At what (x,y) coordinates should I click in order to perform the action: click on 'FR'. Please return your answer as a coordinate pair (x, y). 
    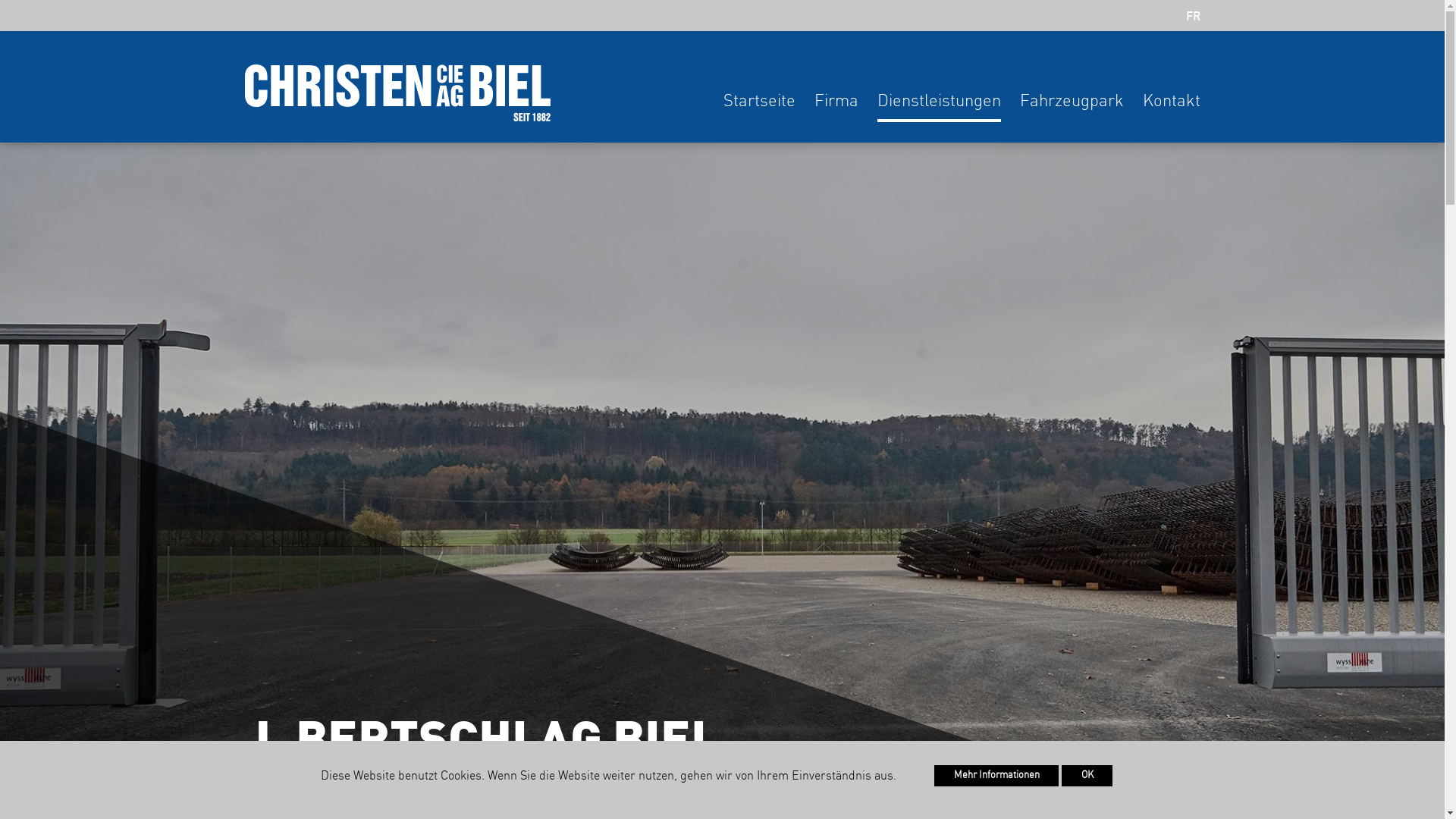
    Looking at the image, I should click on (1192, 17).